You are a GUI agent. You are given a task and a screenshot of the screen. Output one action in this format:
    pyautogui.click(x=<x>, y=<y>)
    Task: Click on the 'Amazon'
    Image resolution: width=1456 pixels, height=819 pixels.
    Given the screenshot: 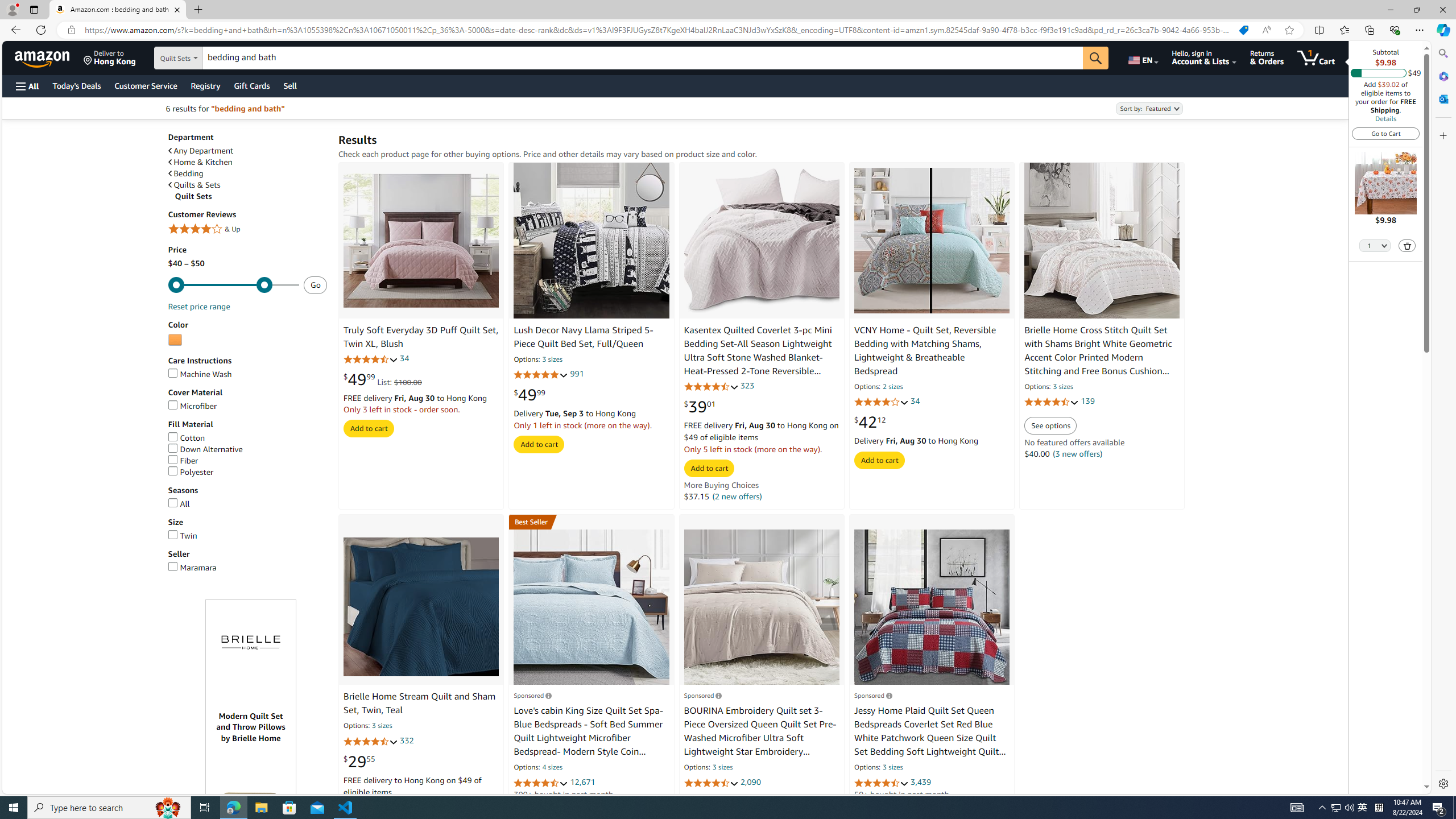 What is the action you would take?
    pyautogui.click(x=43, y=57)
    